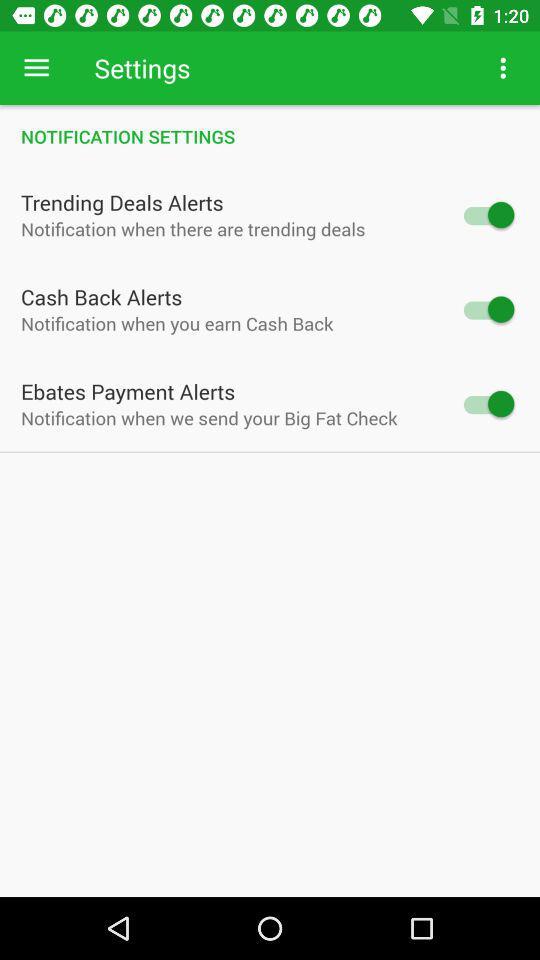  Describe the element at coordinates (36, 68) in the screenshot. I see `app next to settings app` at that location.